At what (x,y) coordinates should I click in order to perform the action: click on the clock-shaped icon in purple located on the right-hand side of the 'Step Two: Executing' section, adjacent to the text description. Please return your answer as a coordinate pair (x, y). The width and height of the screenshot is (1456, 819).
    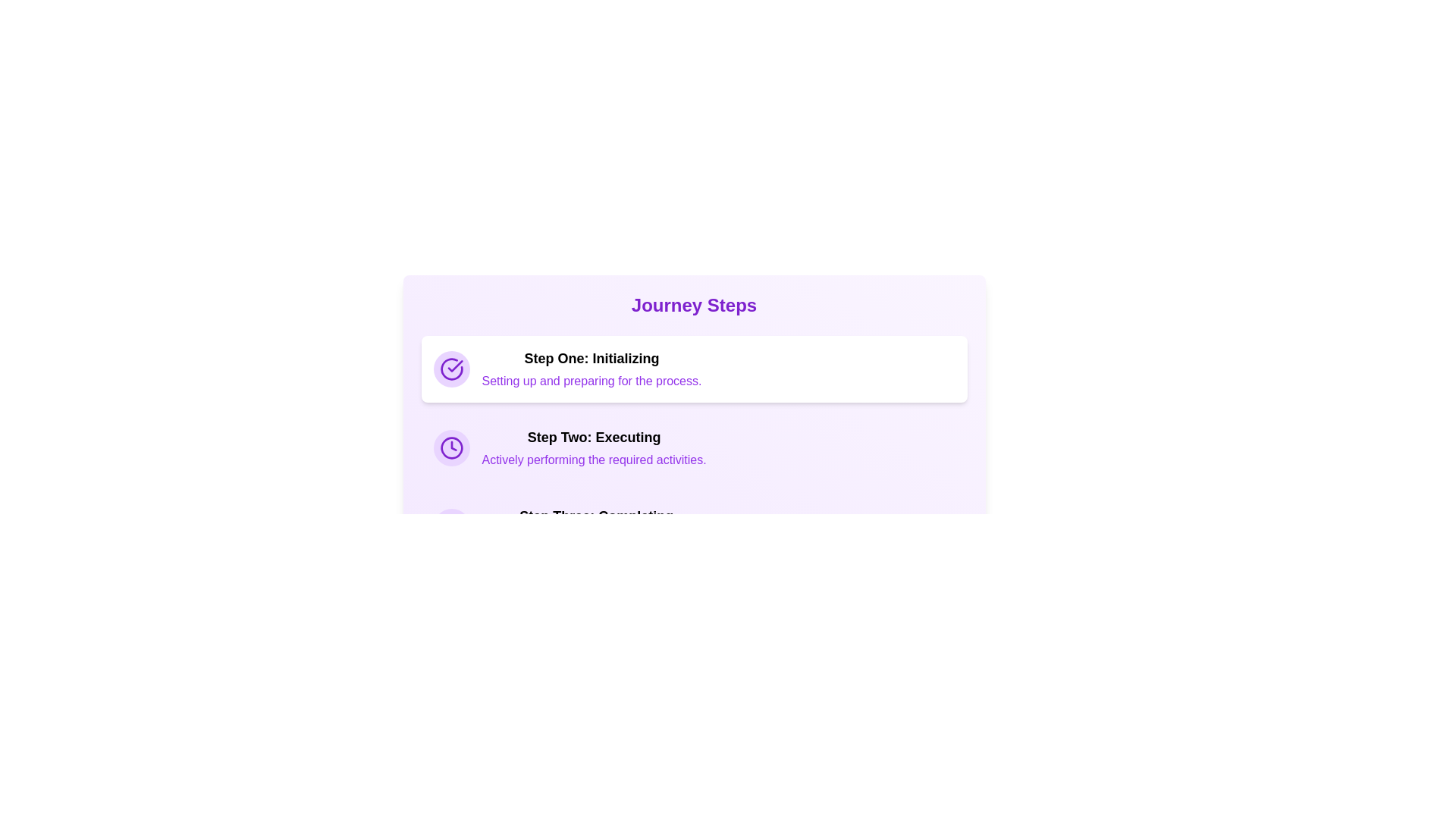
    Looking at the image, I should click on (450, 447).